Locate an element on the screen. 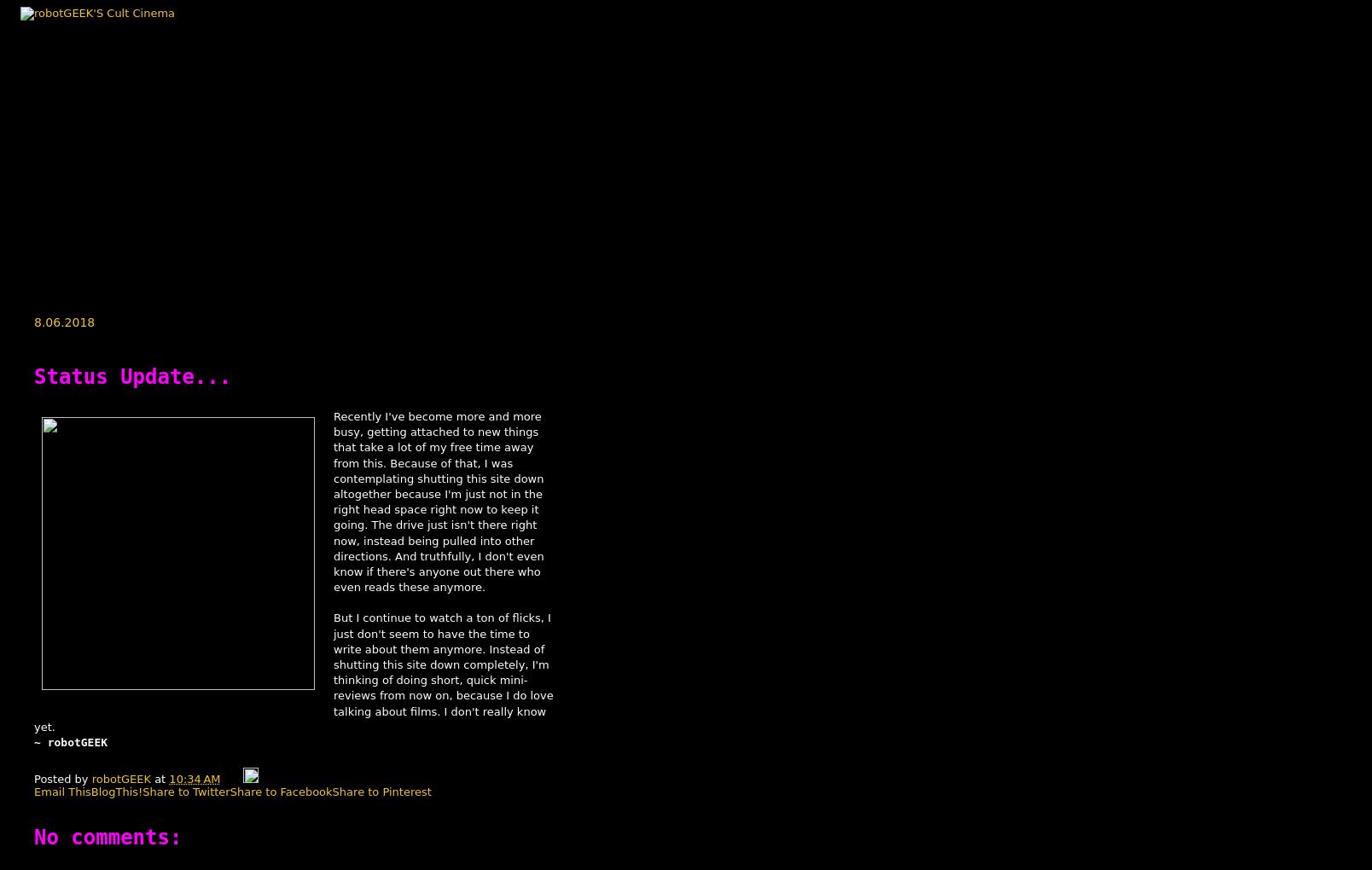  'Share to Pinterest' is located at coordinates (381, 791).